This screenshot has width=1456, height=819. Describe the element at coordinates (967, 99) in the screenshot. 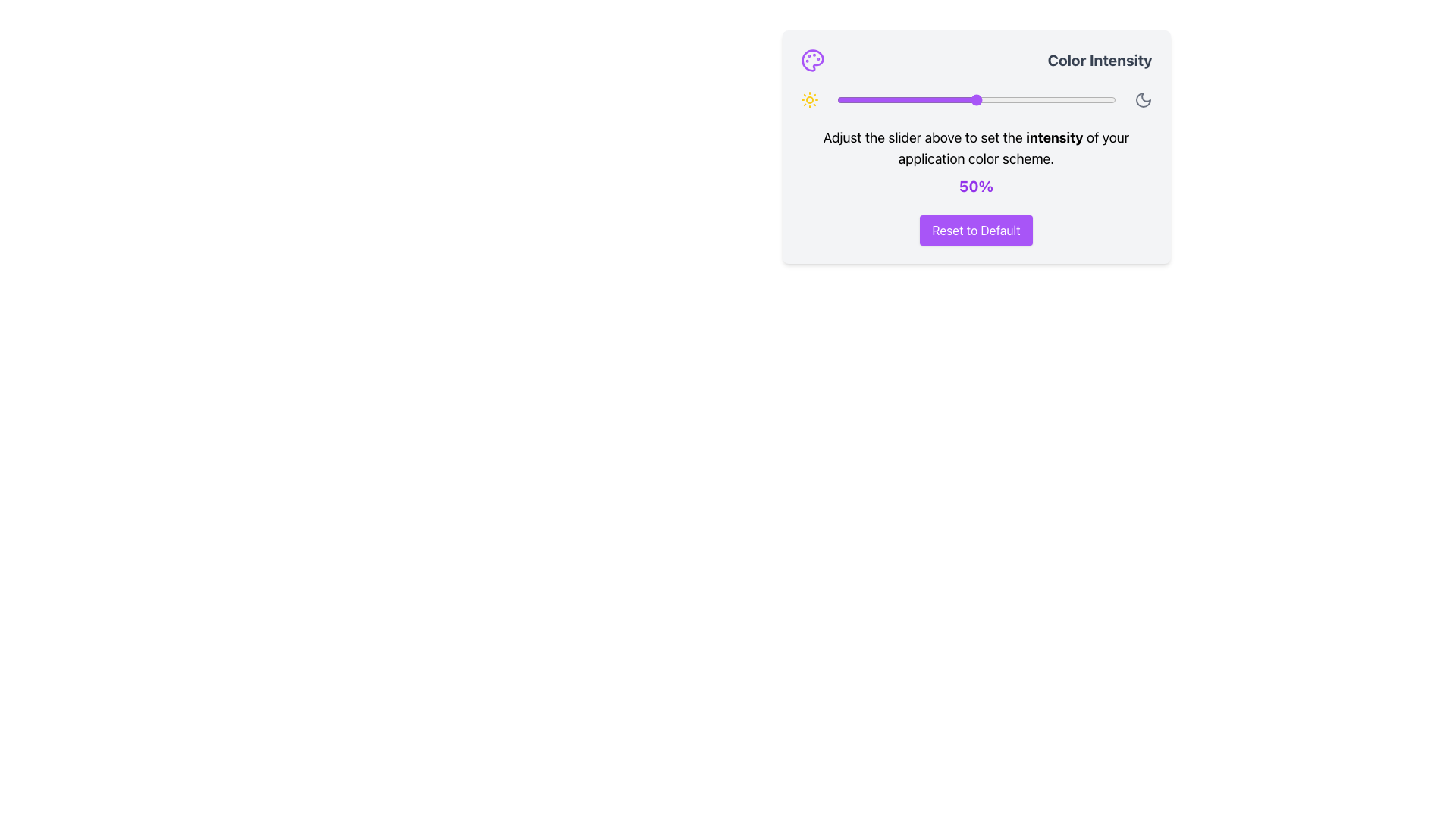

I see `the color intensity slider` at that location.